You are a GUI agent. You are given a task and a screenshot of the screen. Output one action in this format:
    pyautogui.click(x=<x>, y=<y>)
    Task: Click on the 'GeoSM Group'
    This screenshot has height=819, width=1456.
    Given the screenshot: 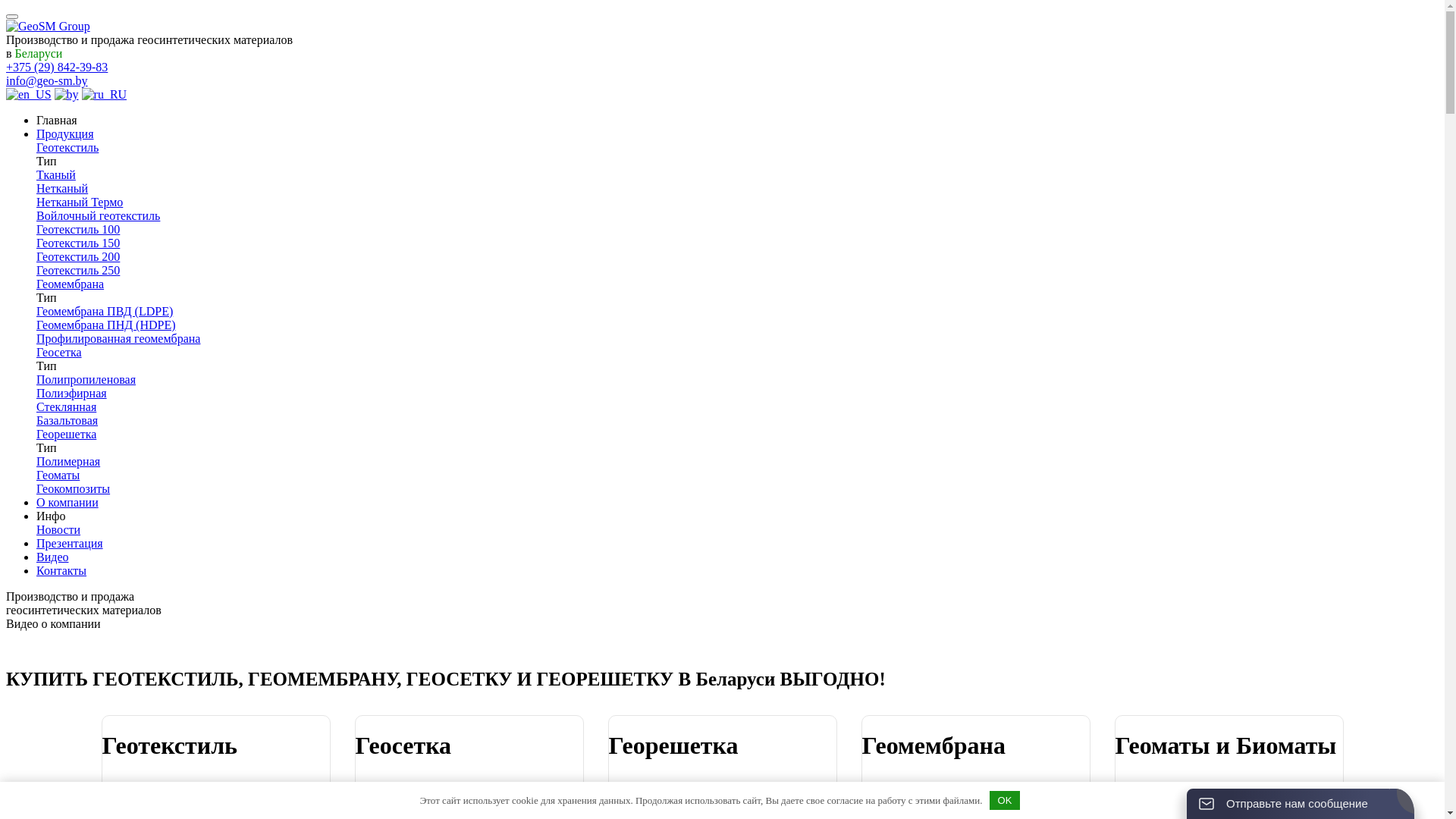 What is the action you would take?
    pyautogui.click(x=48, y=26)
    